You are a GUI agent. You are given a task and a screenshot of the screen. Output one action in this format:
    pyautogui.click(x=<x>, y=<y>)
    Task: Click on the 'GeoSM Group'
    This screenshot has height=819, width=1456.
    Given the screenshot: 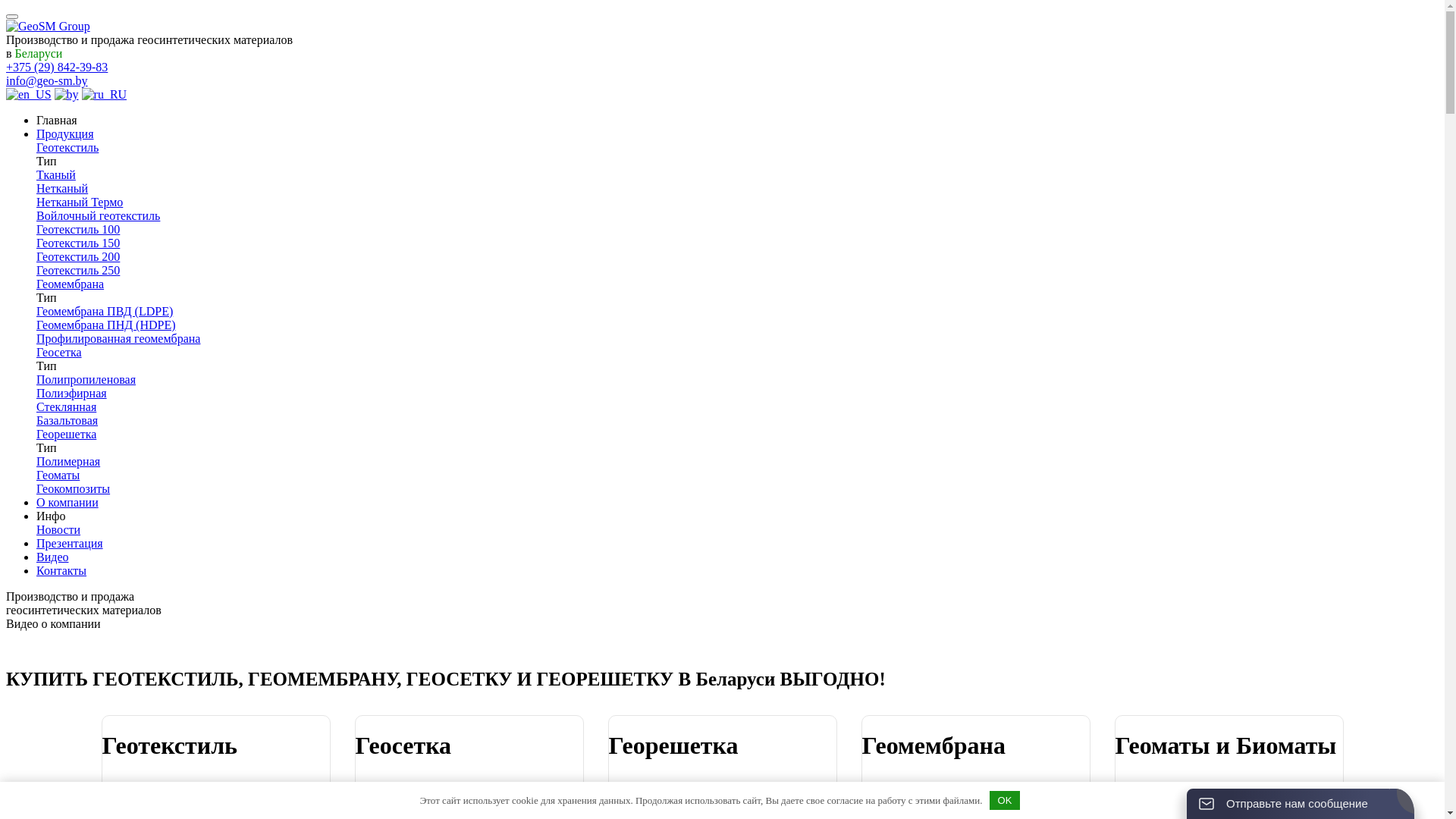 What is the action you would take?
    pyautogui.click(x=48, y=26)
    